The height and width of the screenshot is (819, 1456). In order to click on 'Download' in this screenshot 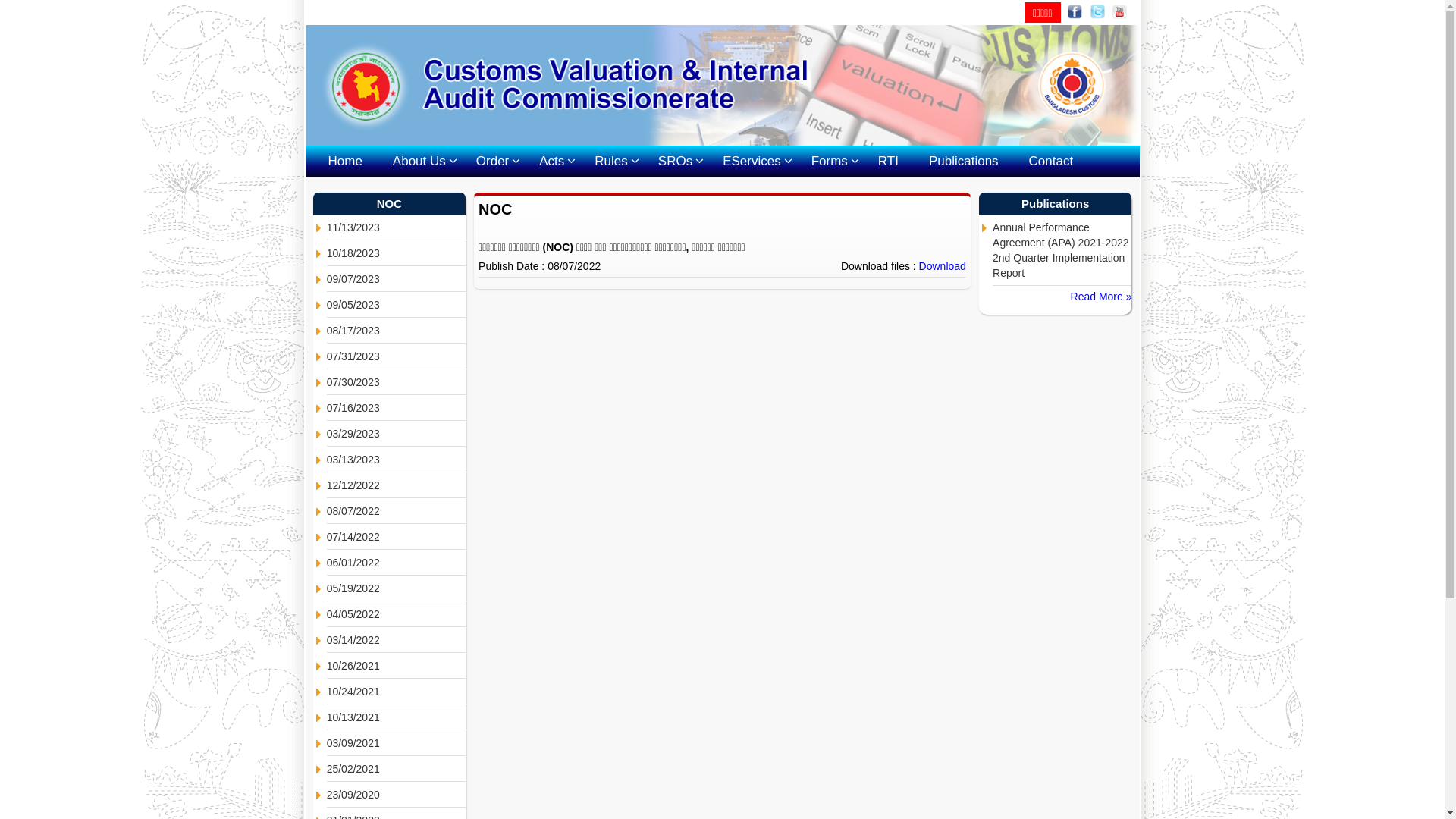, I will do `click(942, 265)`.